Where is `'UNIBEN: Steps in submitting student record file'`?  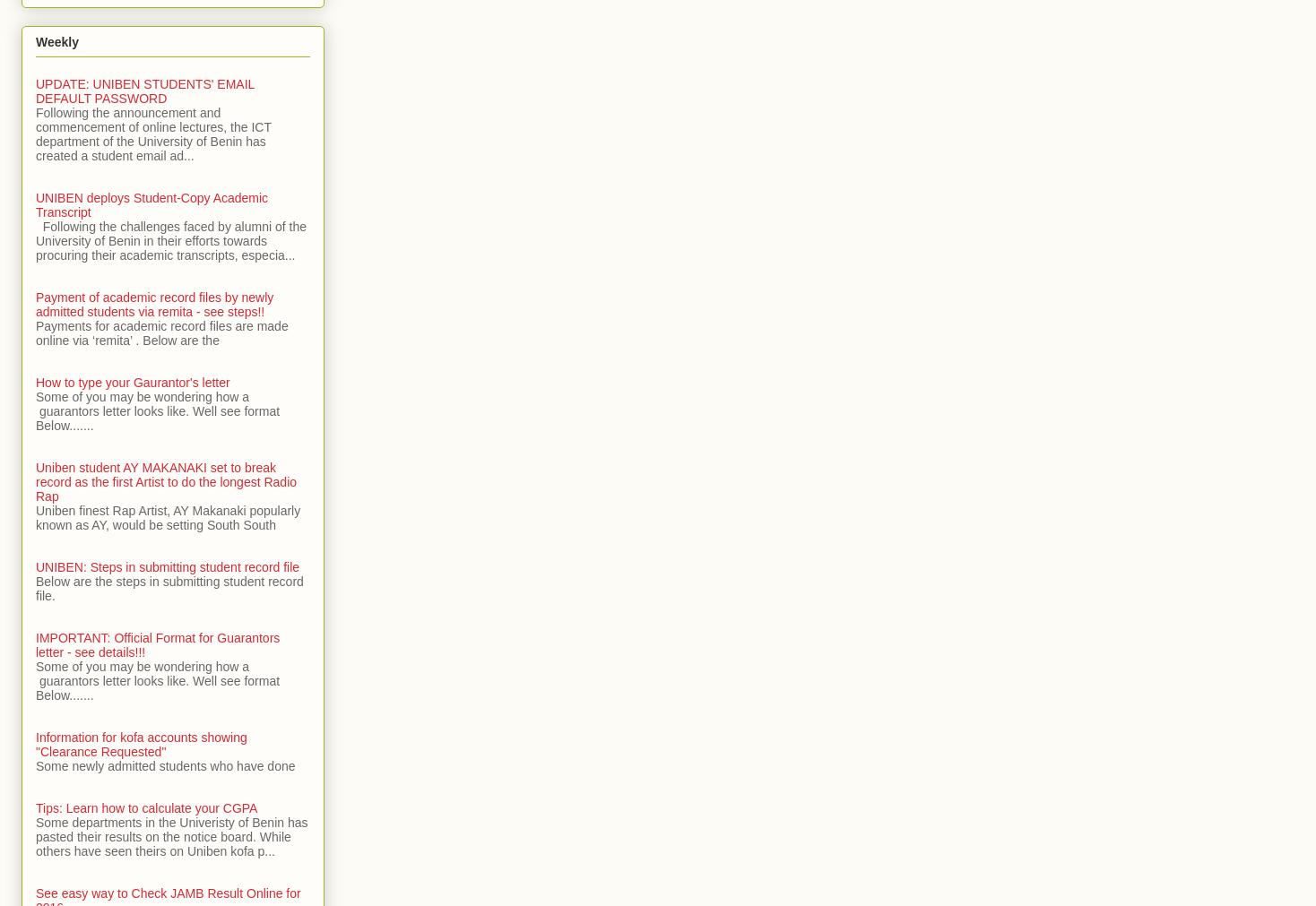 'UNIBEN: Steps in submitting student record file' is located at coordinates (168, 565).